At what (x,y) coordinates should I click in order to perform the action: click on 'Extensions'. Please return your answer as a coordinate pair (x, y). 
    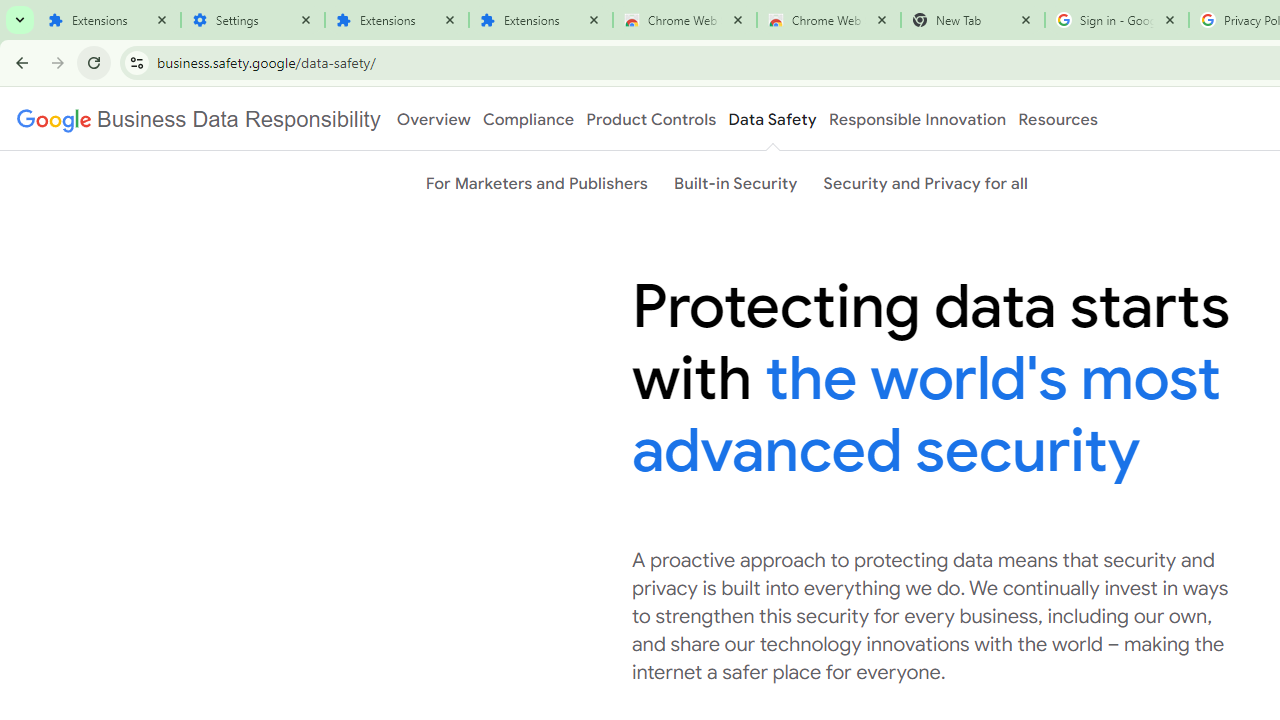
    Looking at the image, I should click on (540, 20).